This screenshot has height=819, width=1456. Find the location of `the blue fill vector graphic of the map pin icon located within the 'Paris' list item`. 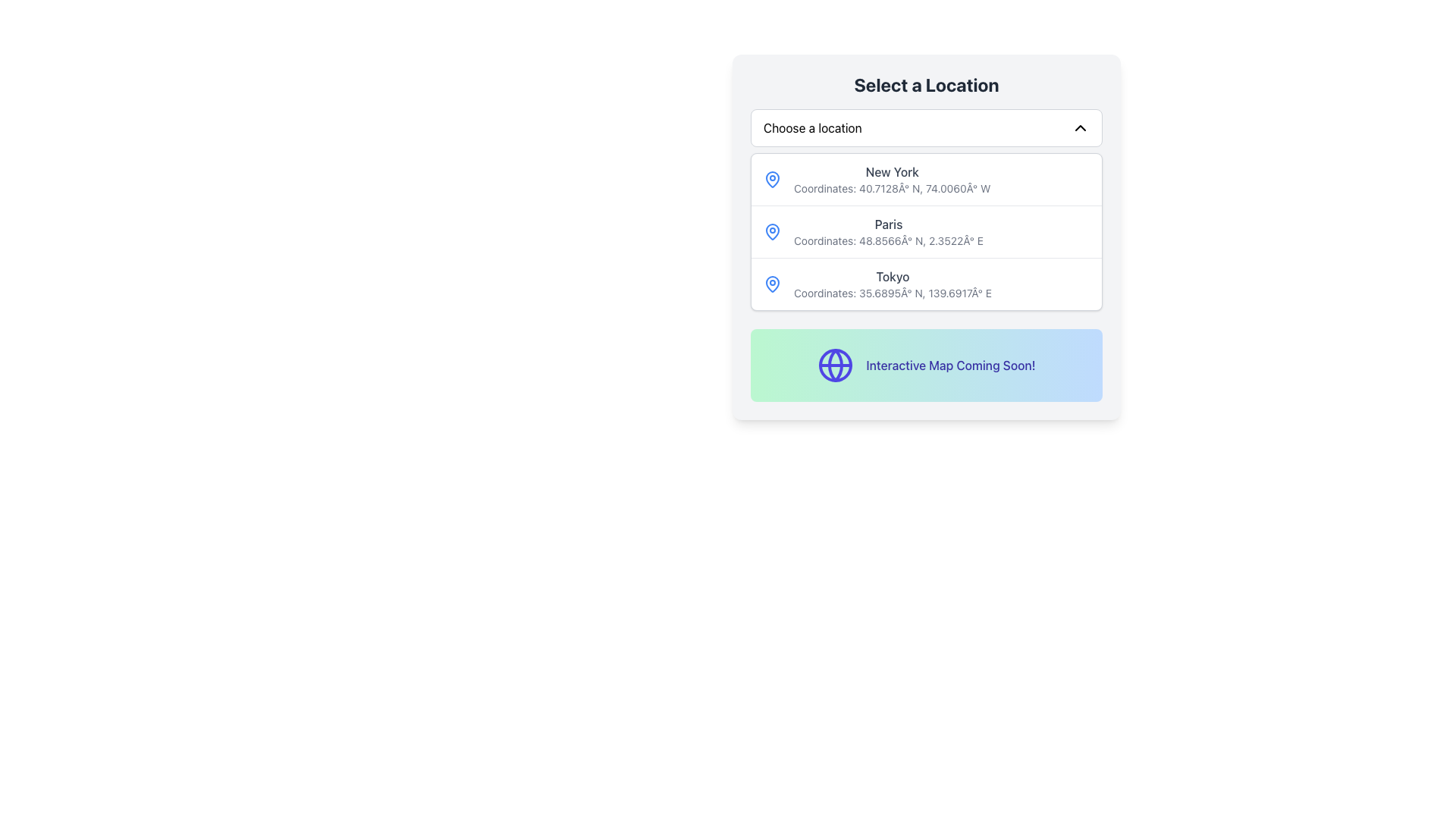

the blue fill vector graphic of the map pin icon located within the 'Paris' list item is located at coordinates (772, 231).